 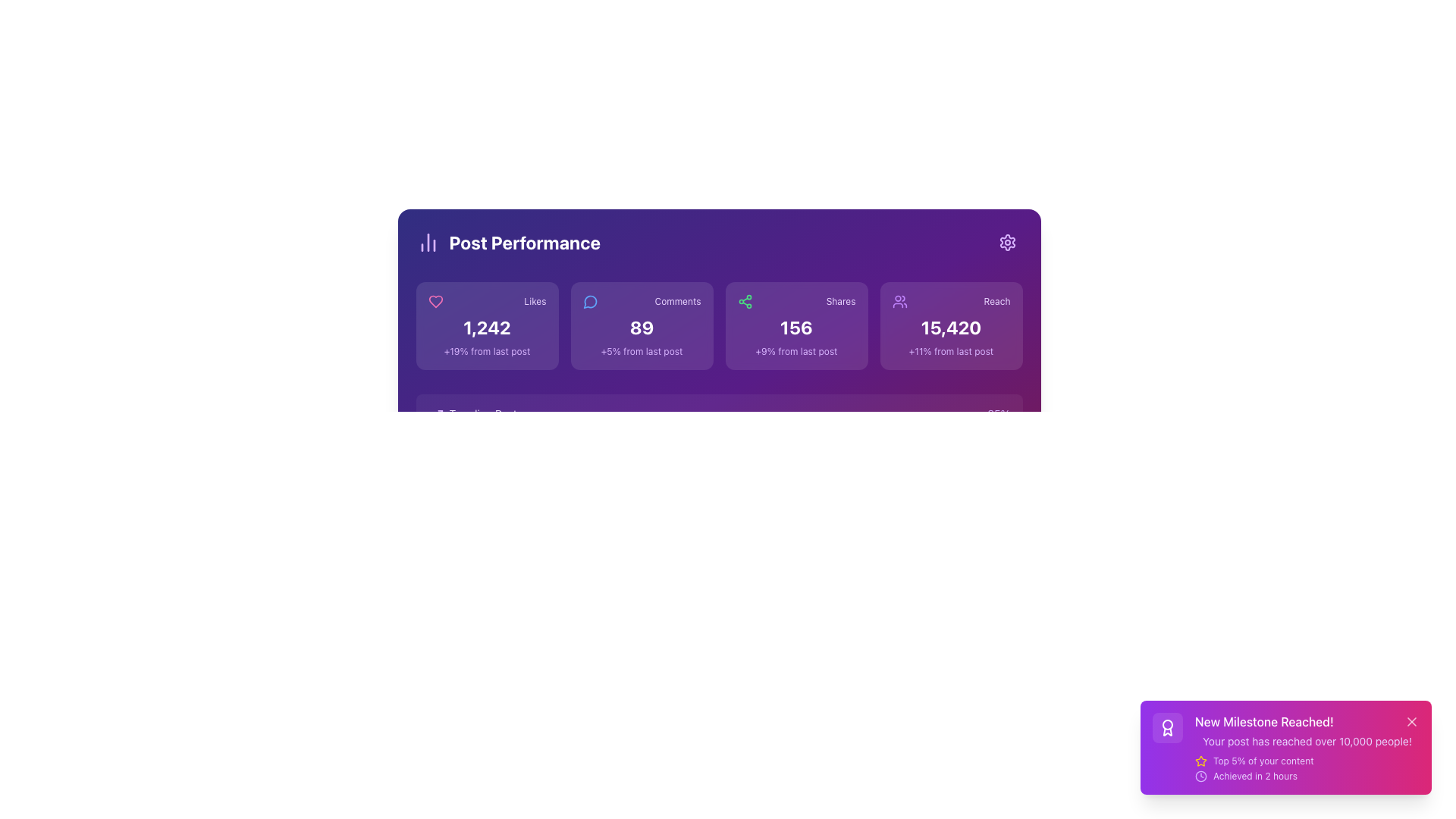 What do you see at coordinates (487, 325) in the screenshot?
I see `displayed text from the 'Likes' statistical display card, which shows the number '1,242' in bold white font and the subtitle '+19% from last post' in small purple text` at bounding box center [487, 325].